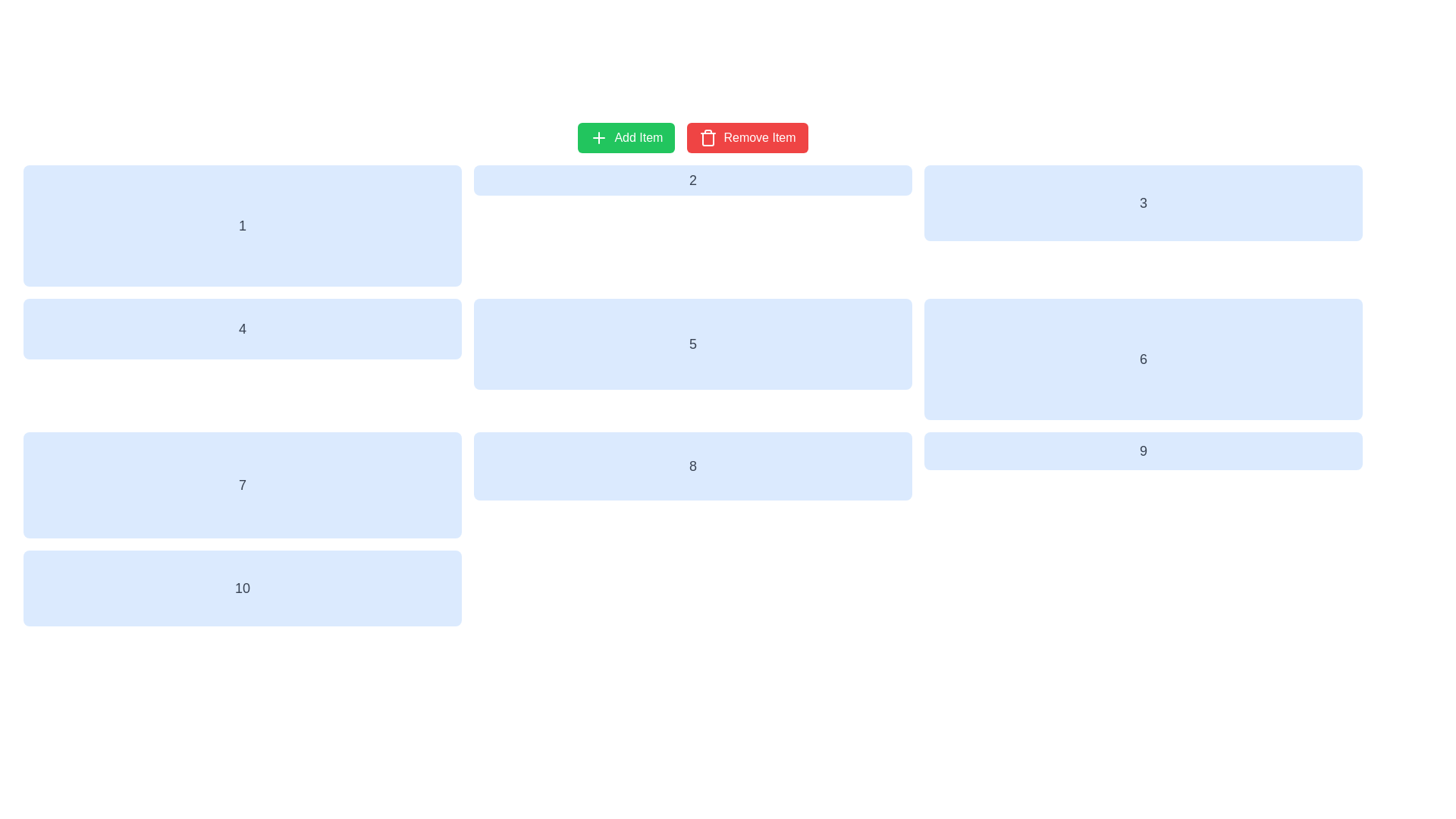 Image resolution: width=1456 pixels, height=819 pixels. Describe the element at coordinates (692, 344) in the screenshot. I see `the Display box with a light blue background displaying the text '5' in gray, which is the fifth item in an even grid layout` at that location.